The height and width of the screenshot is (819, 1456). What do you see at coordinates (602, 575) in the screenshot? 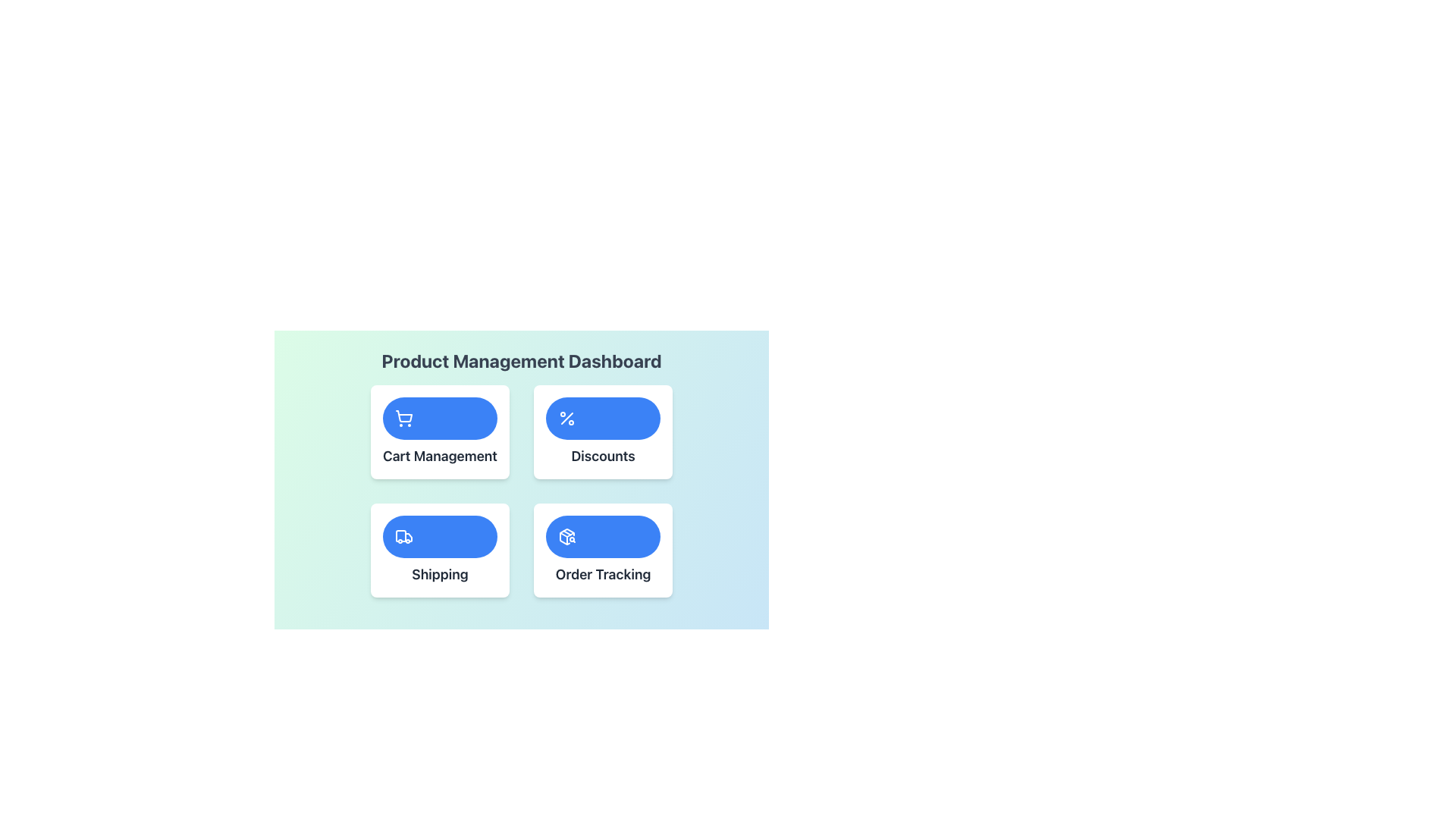
I see `the 'Order Tracking' text label located at the bottom of the white rectangular card in the bottom-right corner of the 2x2 grid layout, which indicates functionalities related to tracking orders` at bounding box center [602, 575].